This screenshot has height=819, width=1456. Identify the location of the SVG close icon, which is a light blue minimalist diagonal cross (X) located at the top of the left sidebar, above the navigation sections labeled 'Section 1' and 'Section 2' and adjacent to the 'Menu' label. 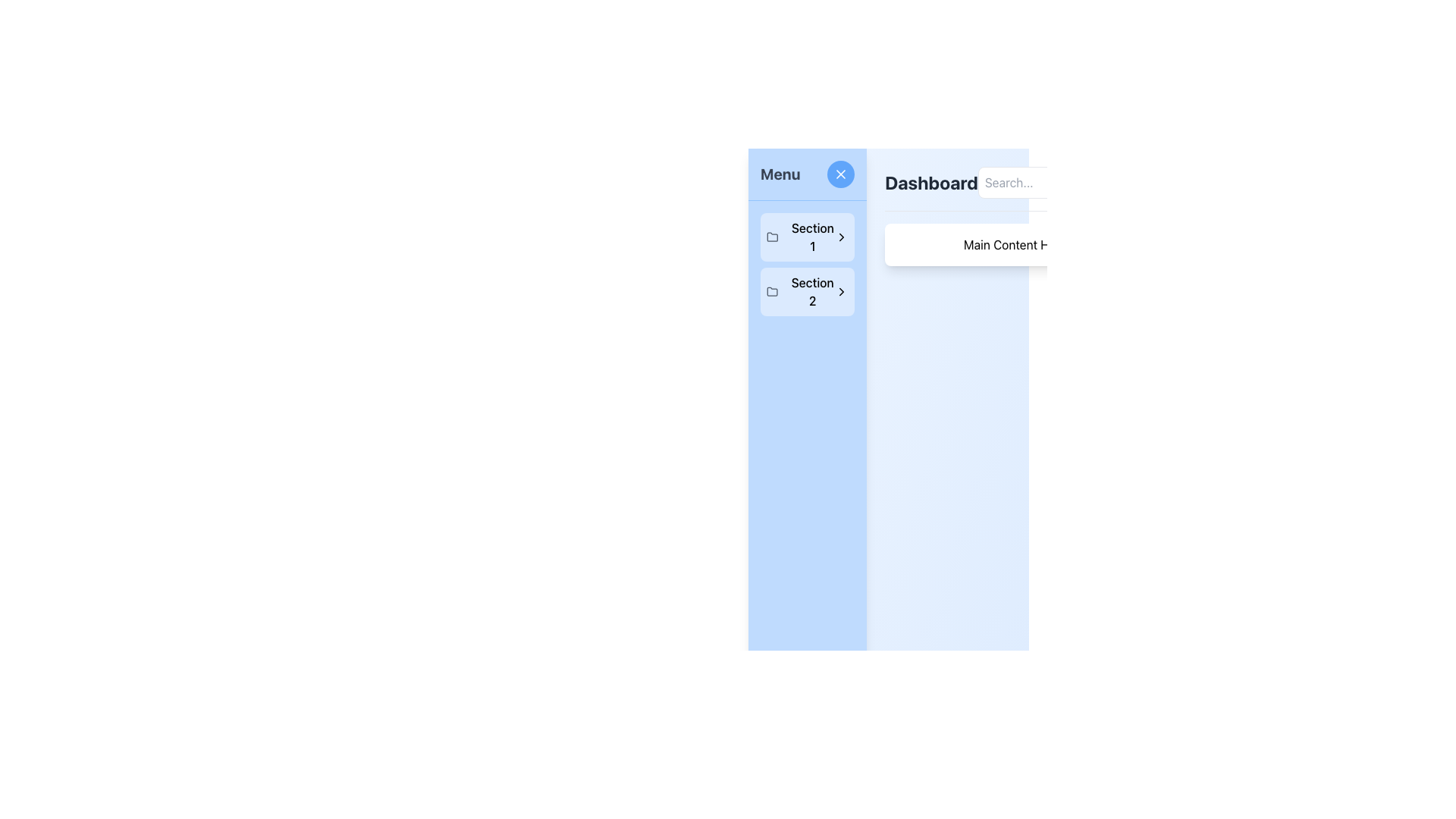
(840, 174).